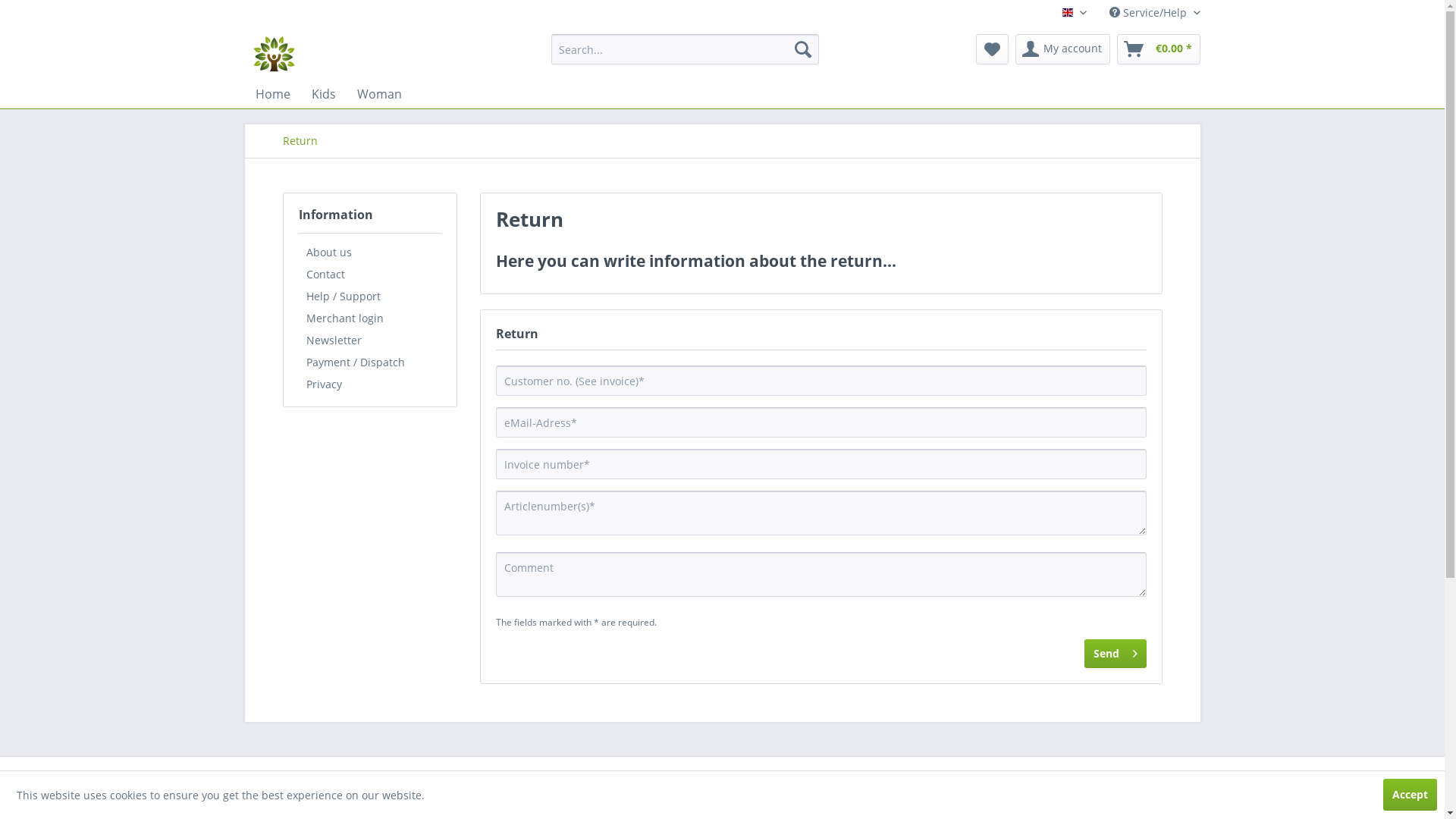 This screenshot has height=819, width=1456. Describe the element at coordinates (298, 339) in the screenshot. I see `'Newsletter'` at that location.